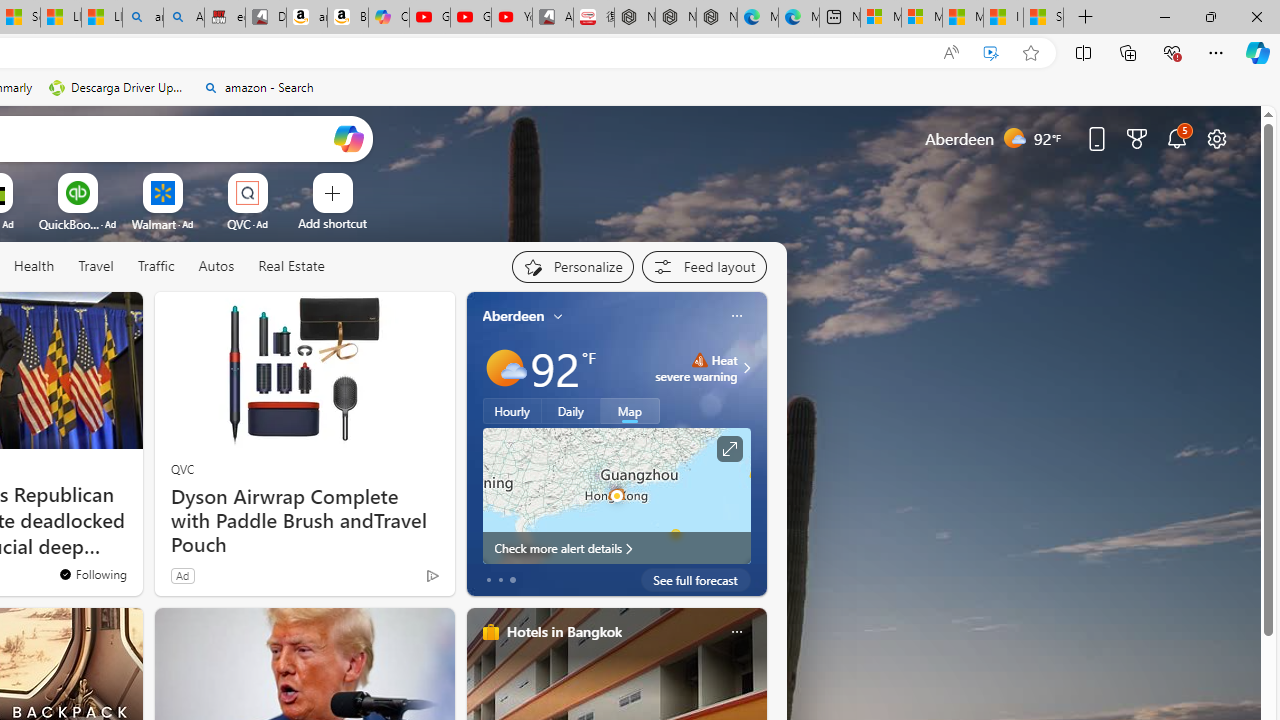 The height and width of the screenshot is (720, 1280). Describe the element at coordinates (488, 579) in the screenshot. I see `'tab-0'` at that location.